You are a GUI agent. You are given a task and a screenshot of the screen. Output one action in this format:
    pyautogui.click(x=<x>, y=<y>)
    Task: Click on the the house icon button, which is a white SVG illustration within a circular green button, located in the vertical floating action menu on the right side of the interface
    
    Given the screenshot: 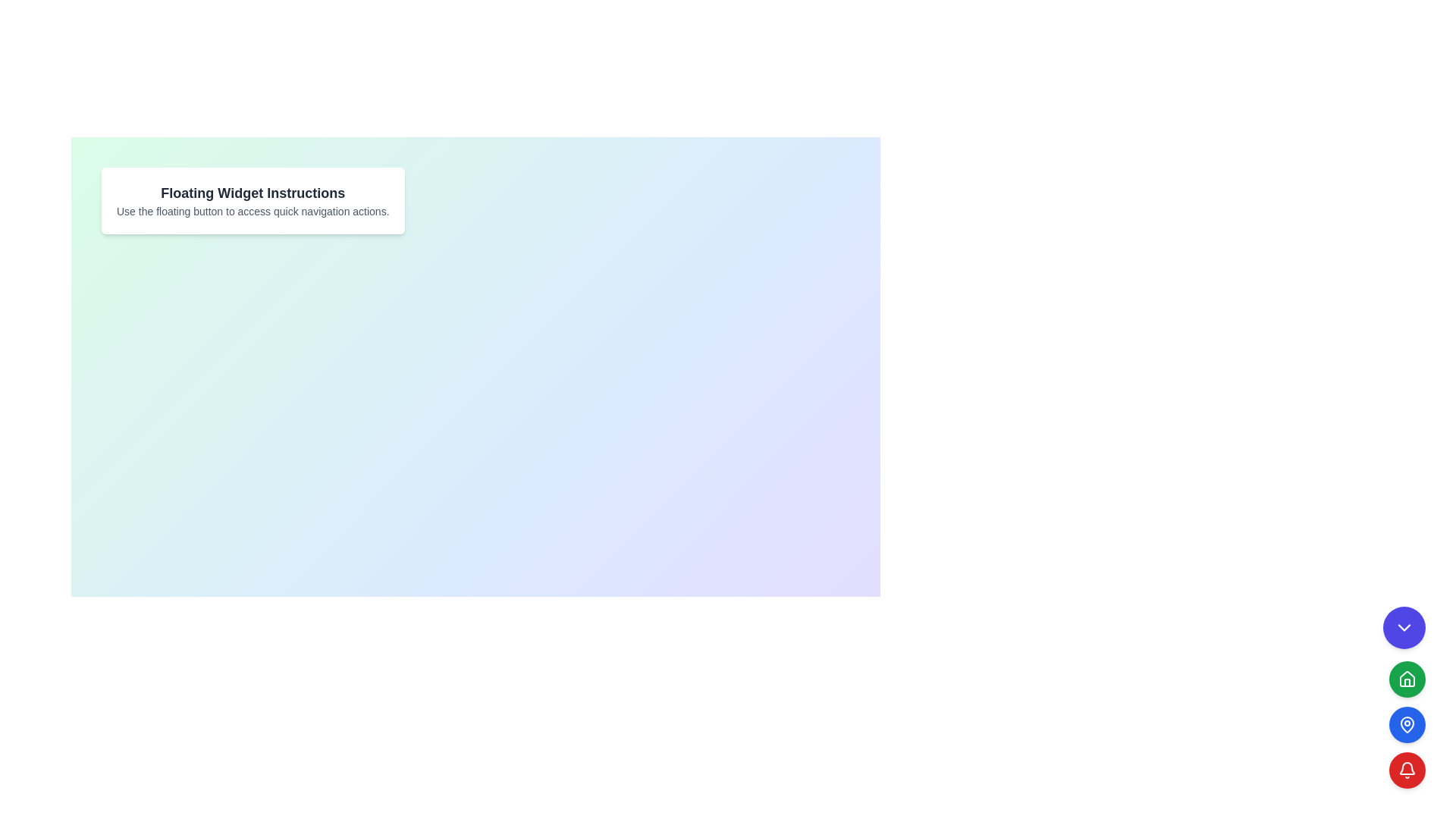 What is the action you would take?
    pyautogui.click(x=1407, y=678)
    